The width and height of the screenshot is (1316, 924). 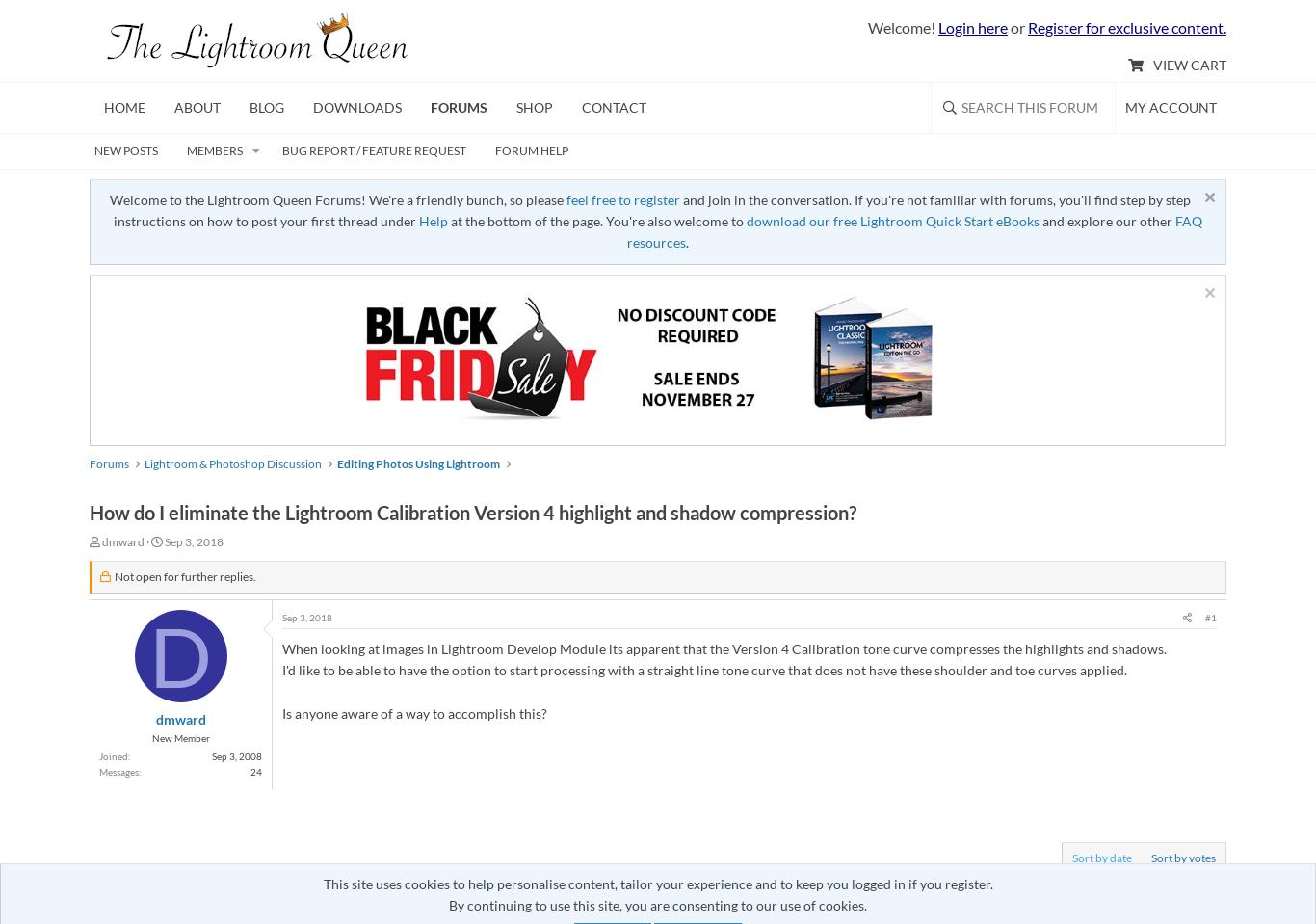 I want to click on 'Search This Forum', so click(x=1029, y=106).